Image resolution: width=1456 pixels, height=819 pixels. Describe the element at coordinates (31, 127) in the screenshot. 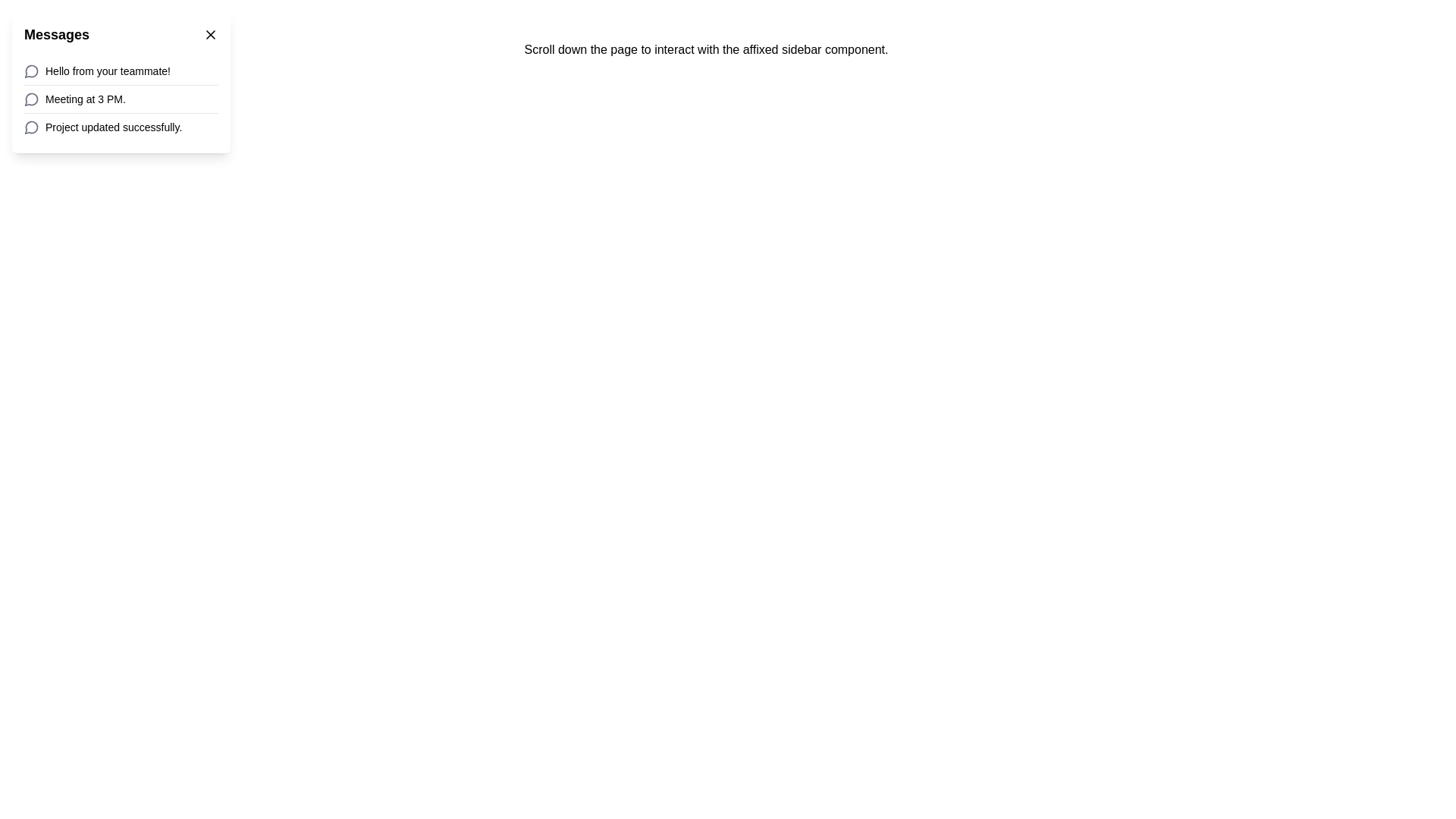

I see `the icon preceding the third message item labeled 'Project updated successfully' in the bottom portion of the messages sidebar, near the left` at that location.